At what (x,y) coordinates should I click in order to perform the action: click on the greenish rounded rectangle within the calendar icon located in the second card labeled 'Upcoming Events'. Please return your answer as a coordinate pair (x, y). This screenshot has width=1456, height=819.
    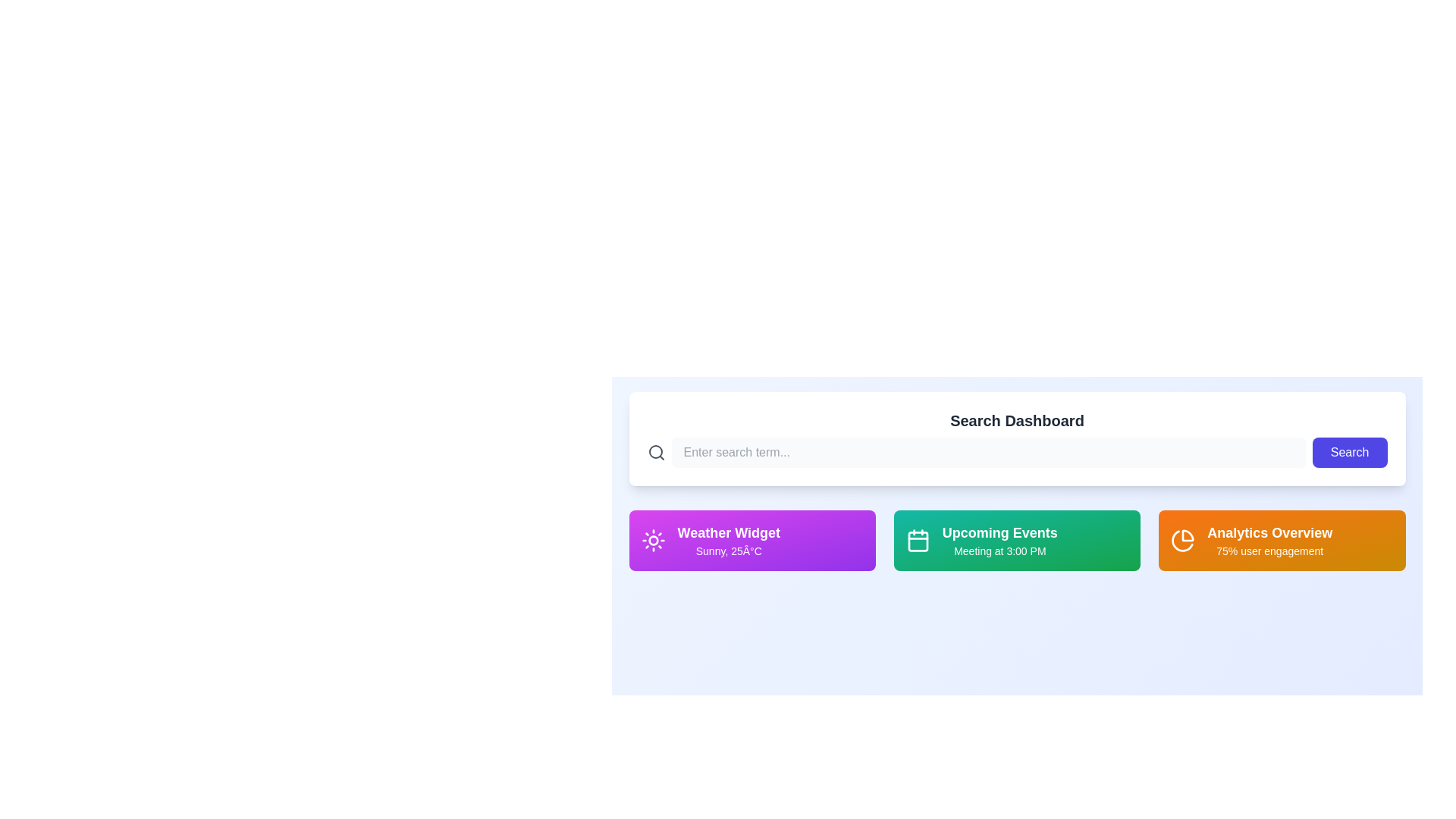
    Looking at the image, I should click on (917, 541).